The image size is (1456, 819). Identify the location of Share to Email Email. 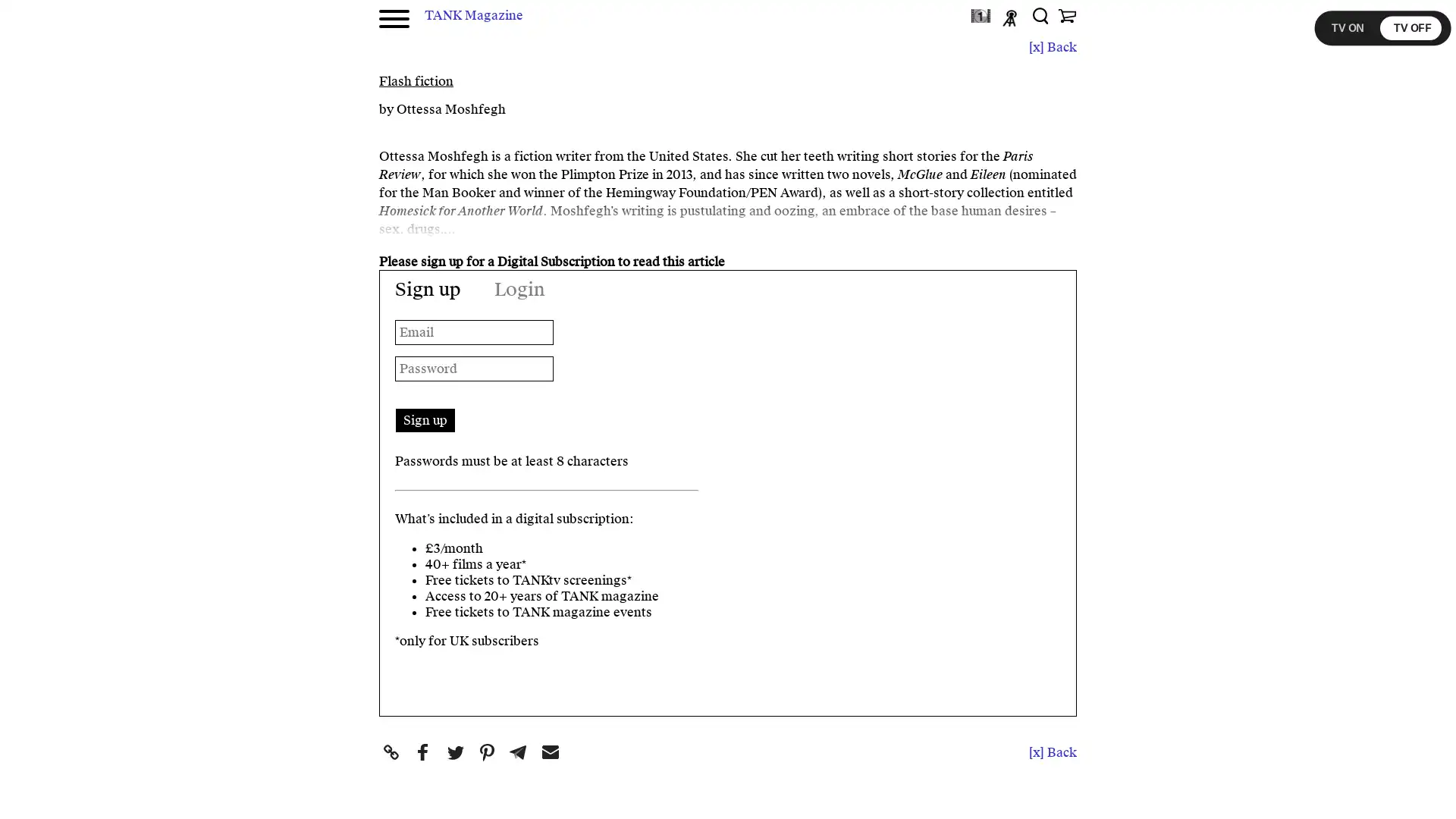
(549, 748).